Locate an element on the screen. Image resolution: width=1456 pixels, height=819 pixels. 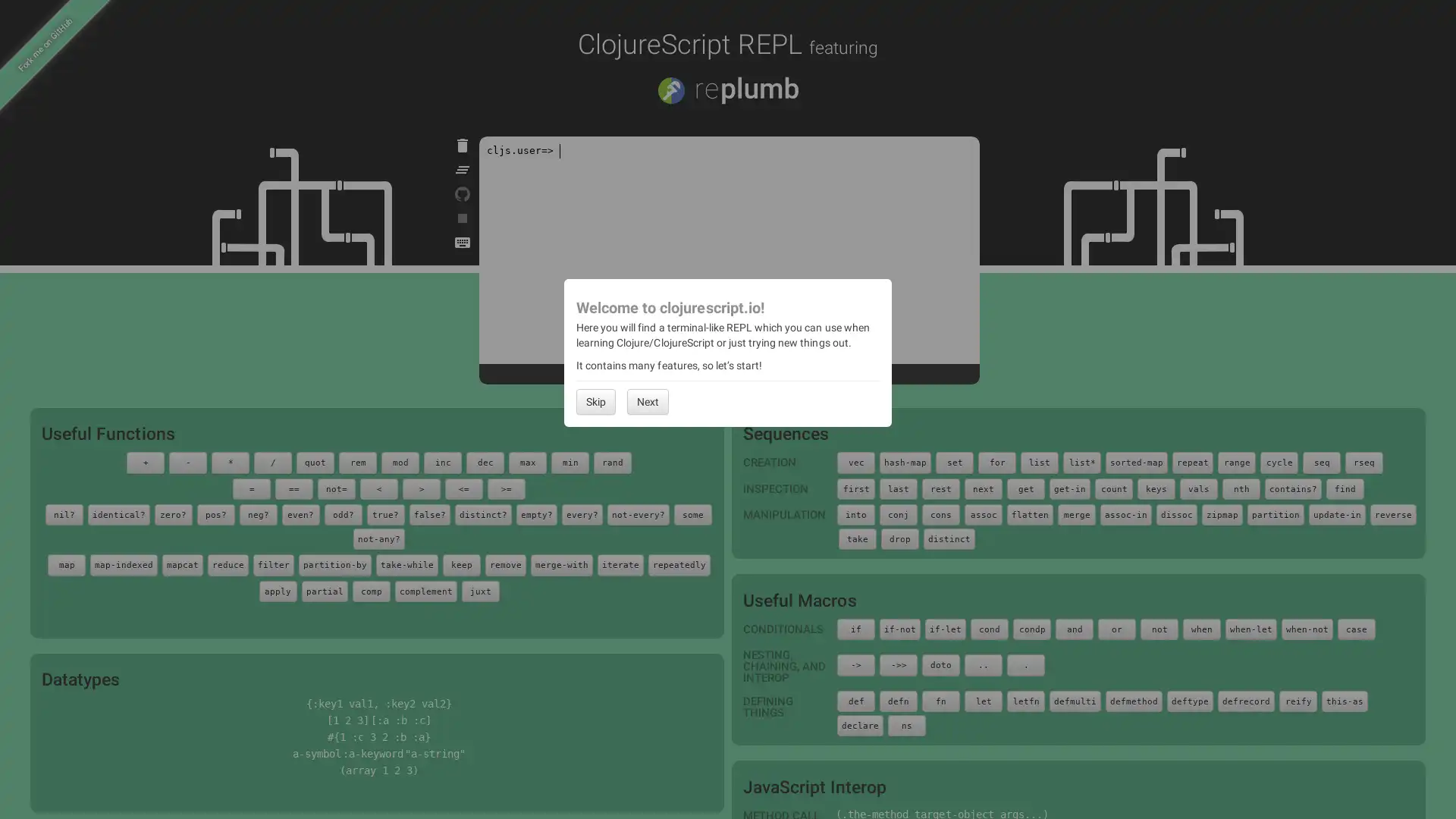
keys is located at coordinates (1156, 488).